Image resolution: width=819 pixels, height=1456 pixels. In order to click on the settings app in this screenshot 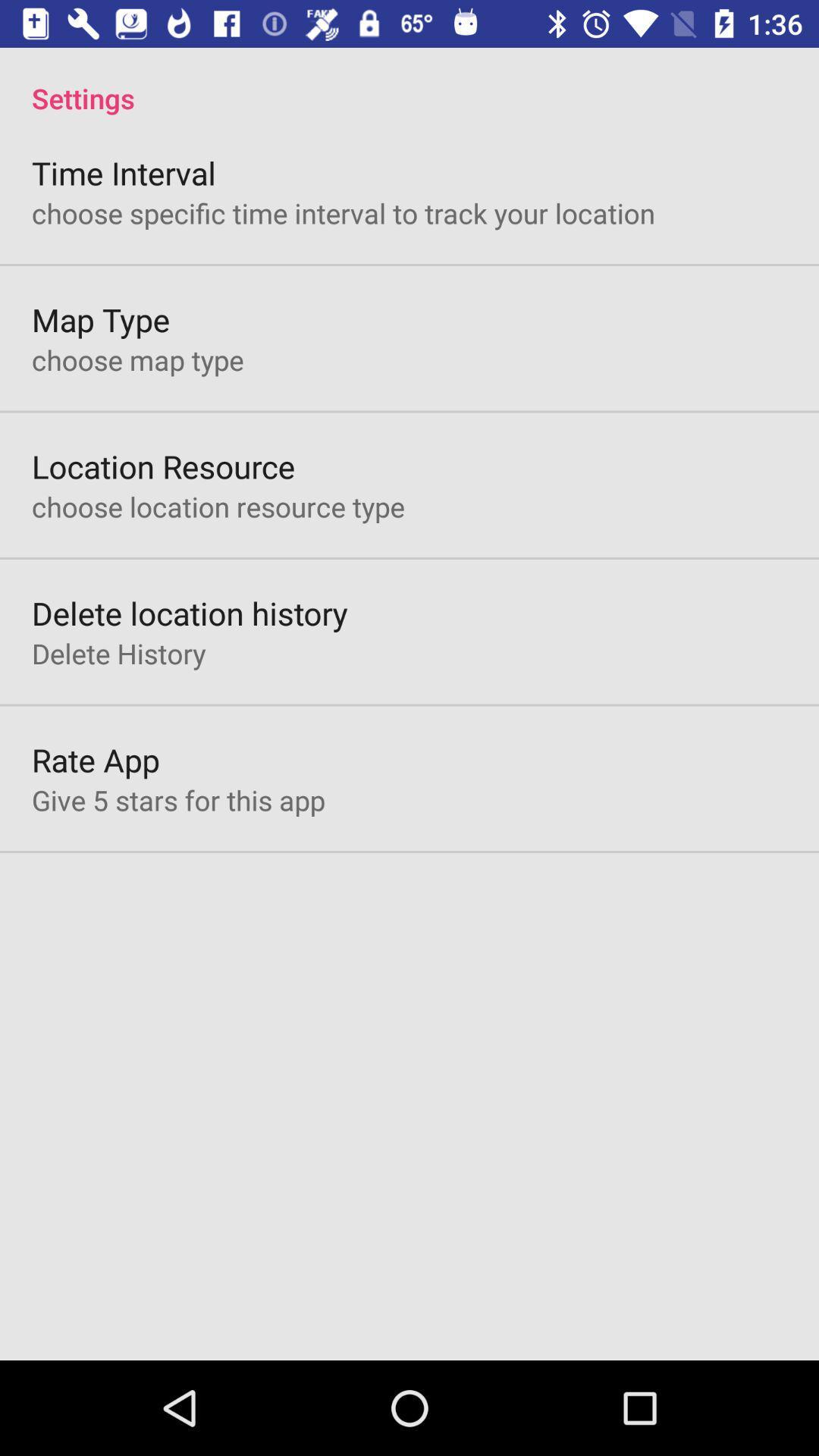, I will do `click(409, 81)`.